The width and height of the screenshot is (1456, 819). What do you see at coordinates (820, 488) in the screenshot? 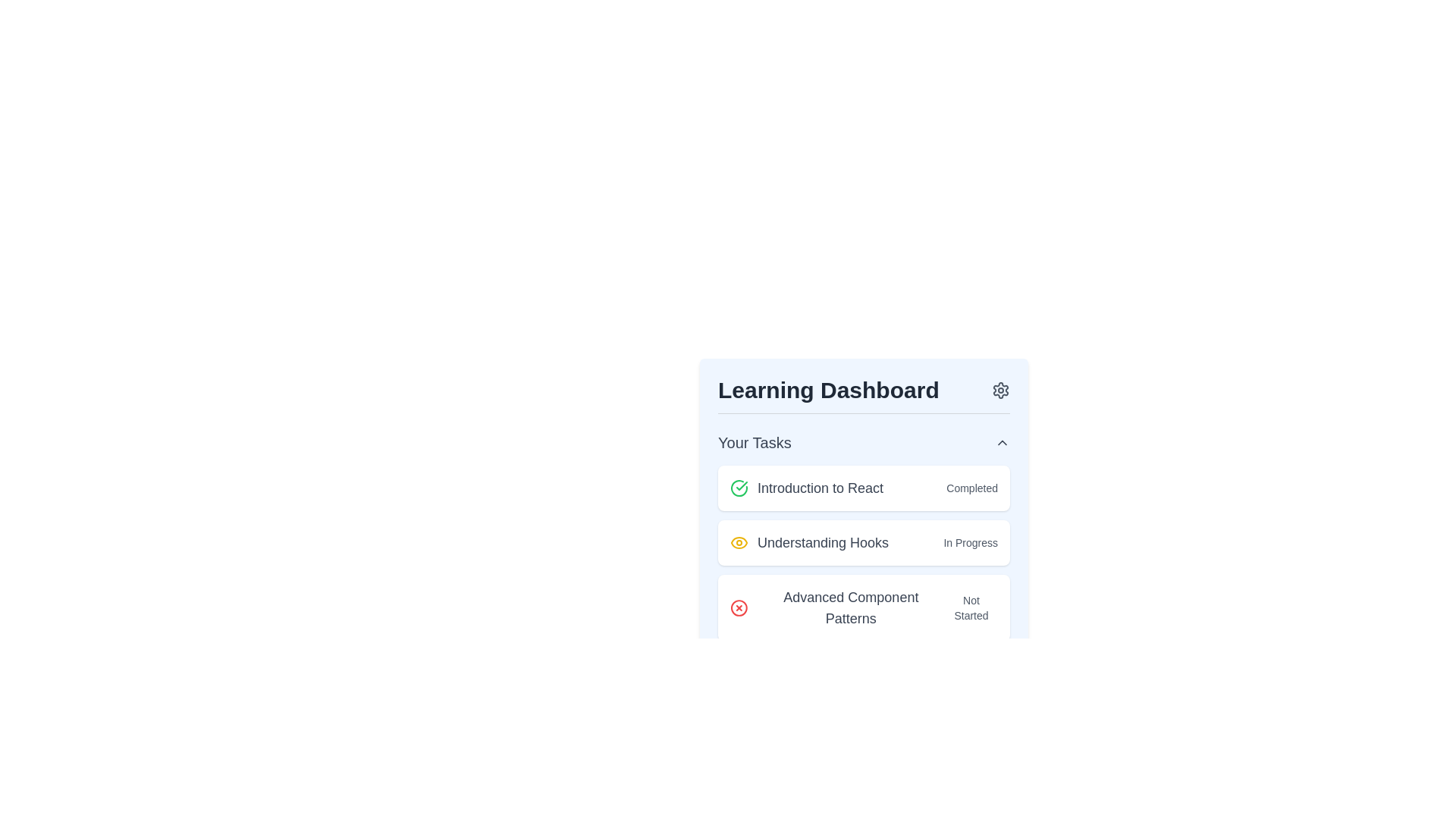
I see `the text label displaying 'Introduction to React' in the 'Your Tasks' section of the learning dashboard` at bounding box center [820, 488].